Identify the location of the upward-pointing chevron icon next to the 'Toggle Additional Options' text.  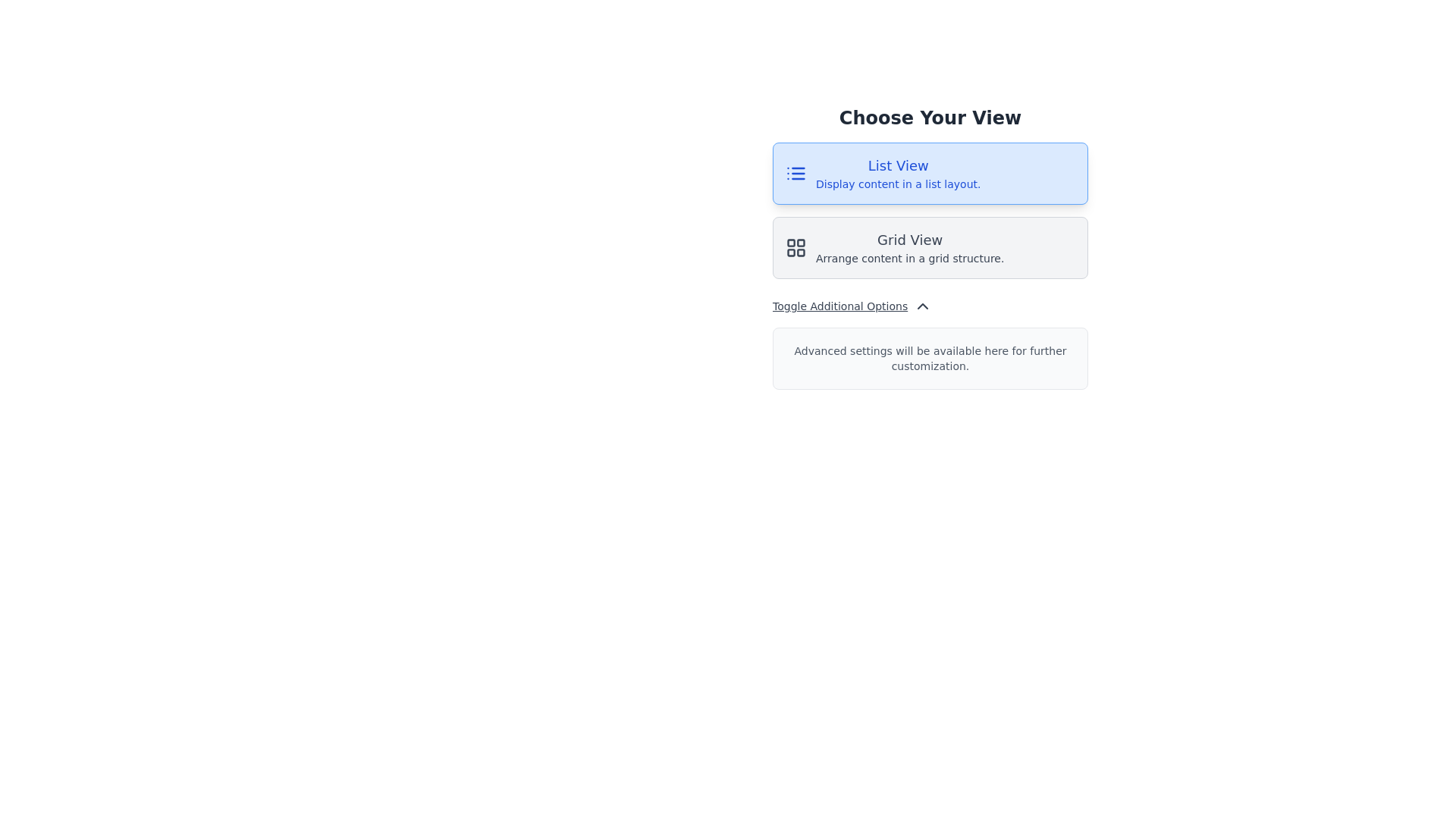
(922, 306).